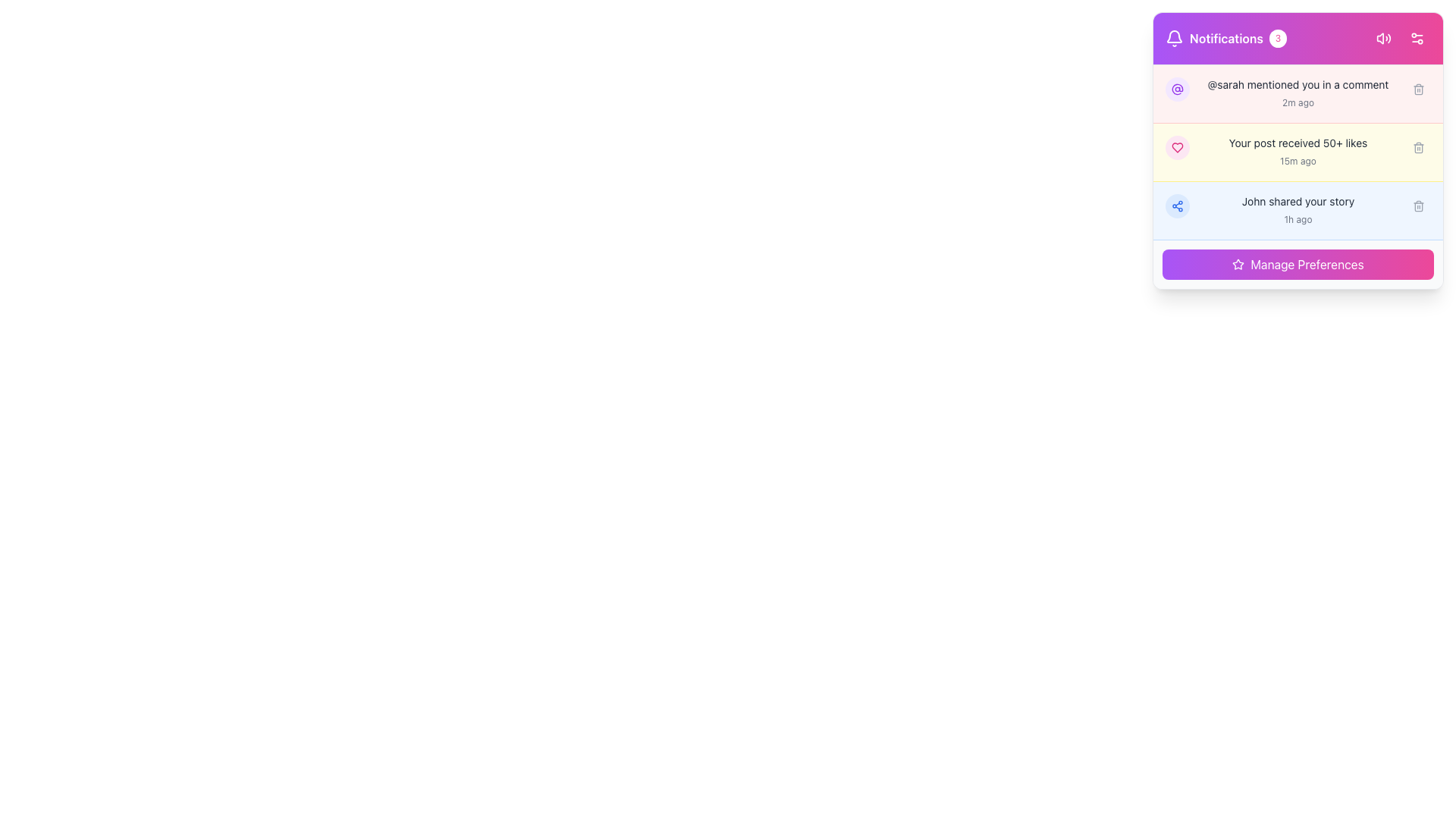 This screenshot has height=819, width=1456. What do you see at coordinates (1298, 263) in the screenshot?
I see `the preferences management button located at the bottom of the notification module` at bounding box center [1298, 263].